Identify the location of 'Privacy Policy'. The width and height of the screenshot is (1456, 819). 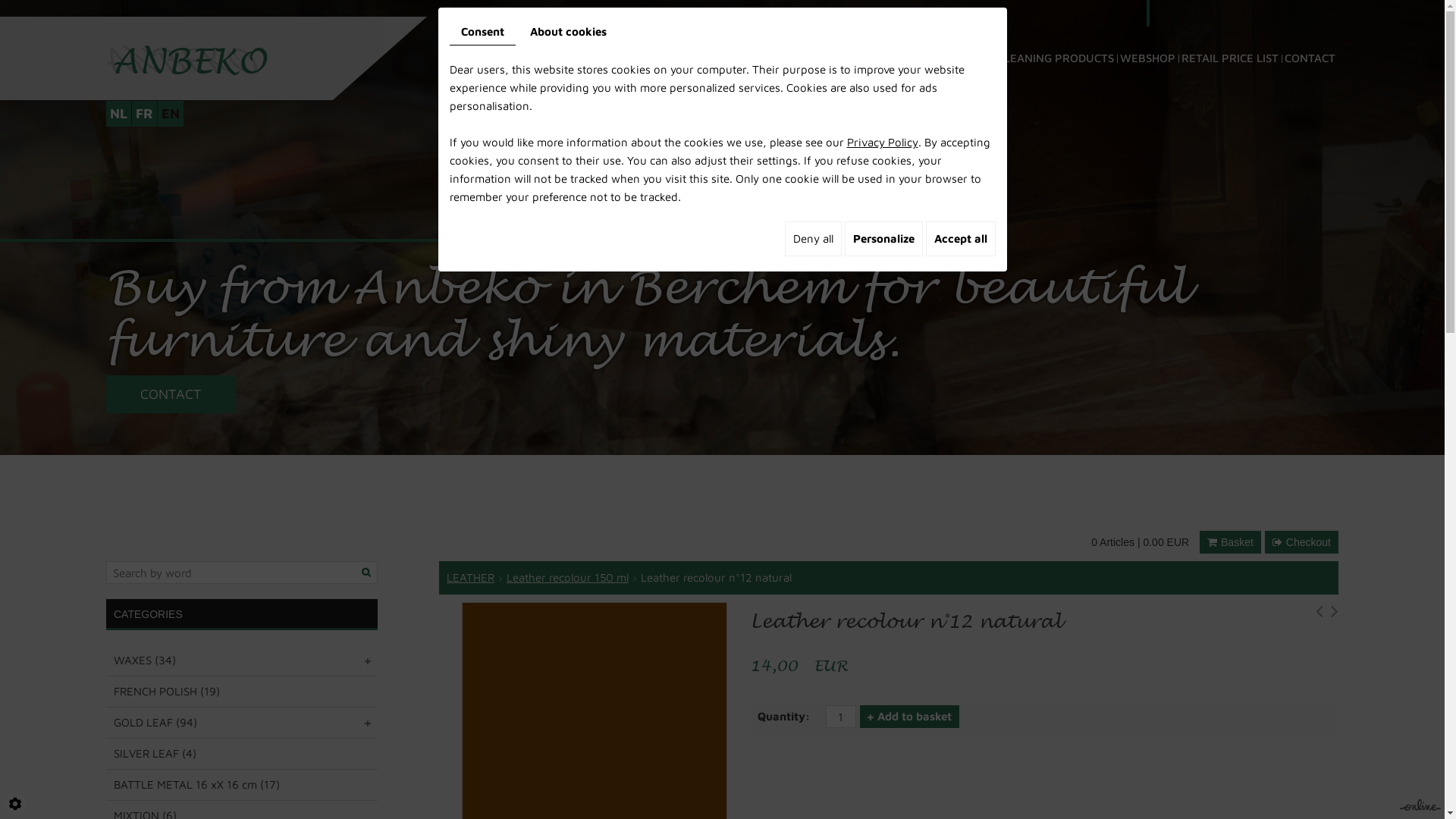
(881, 142).